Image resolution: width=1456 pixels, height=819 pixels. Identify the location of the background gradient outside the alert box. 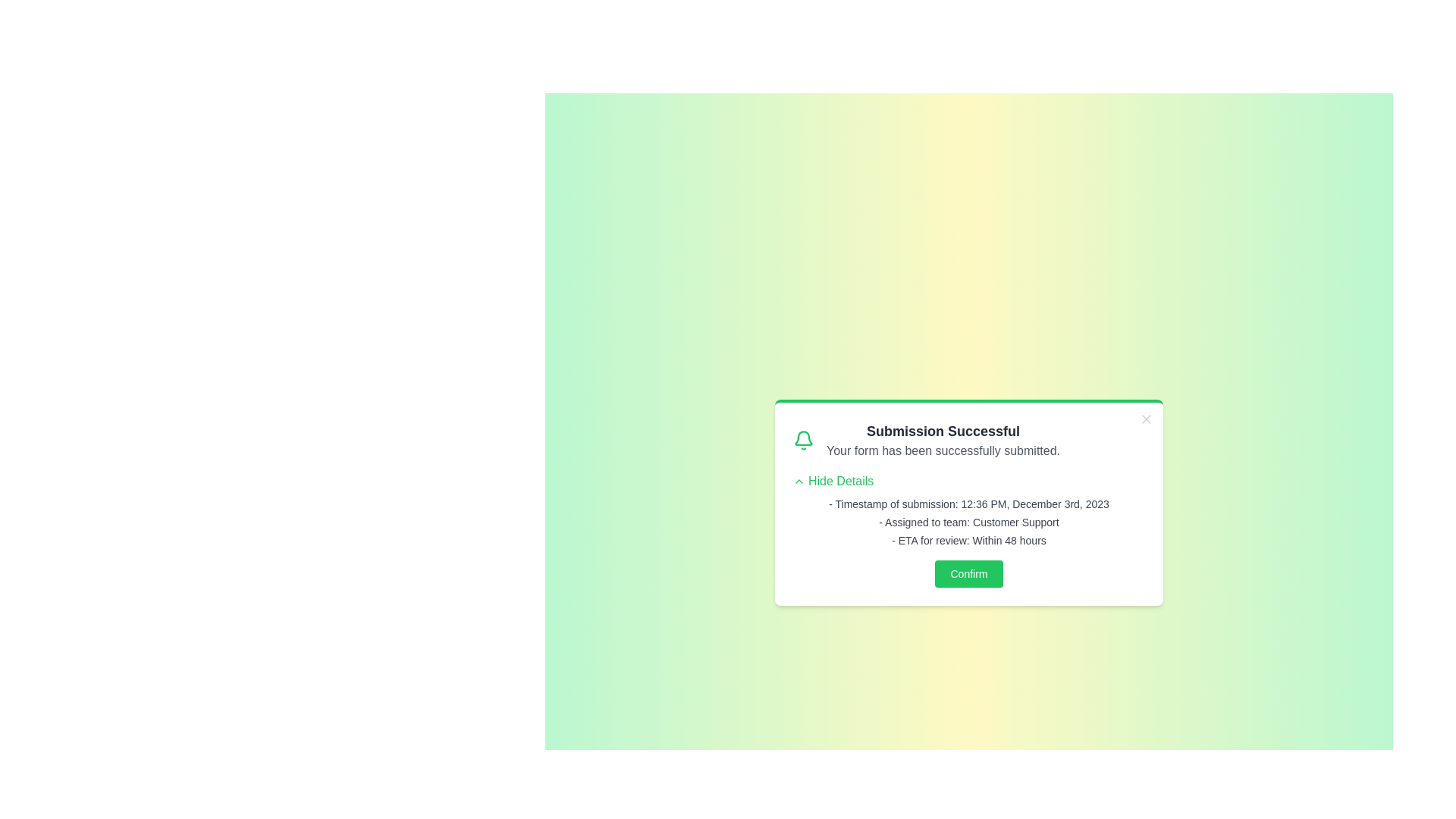
(303, 303).